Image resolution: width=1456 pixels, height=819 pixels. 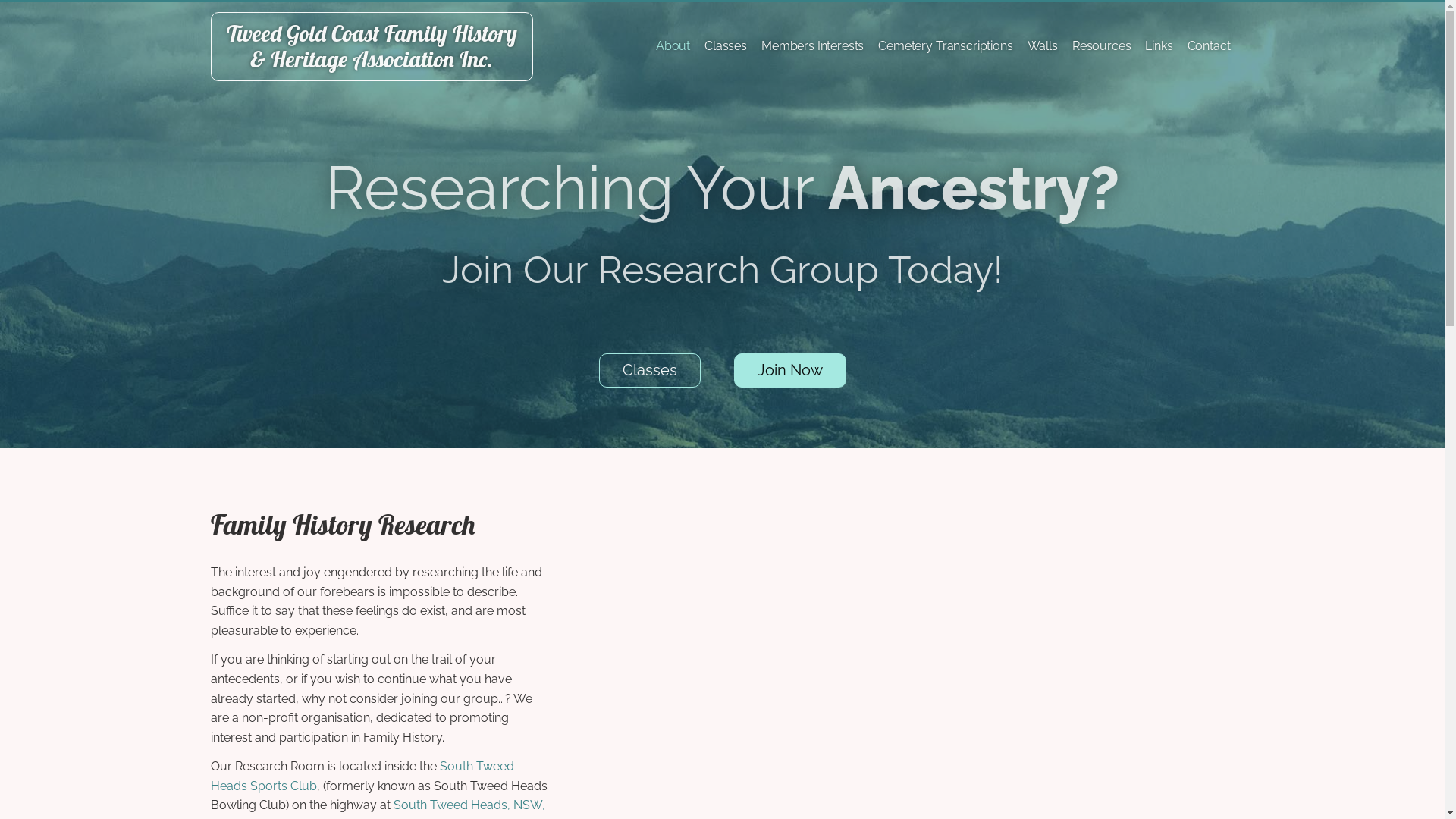 I want to click on 'Join Now', so click(x=734, y=370).